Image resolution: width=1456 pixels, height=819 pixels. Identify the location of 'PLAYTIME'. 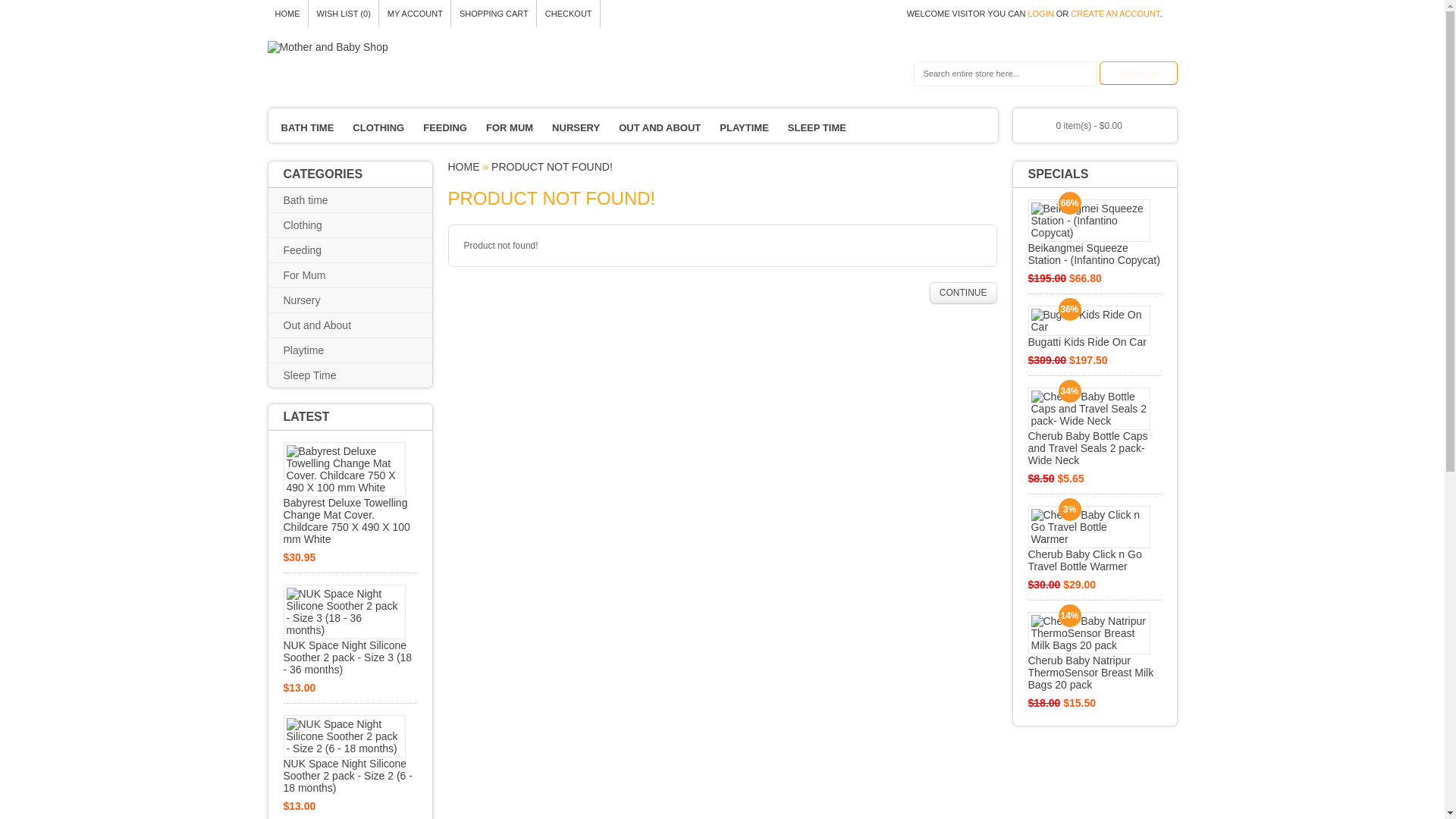
(744, 127).